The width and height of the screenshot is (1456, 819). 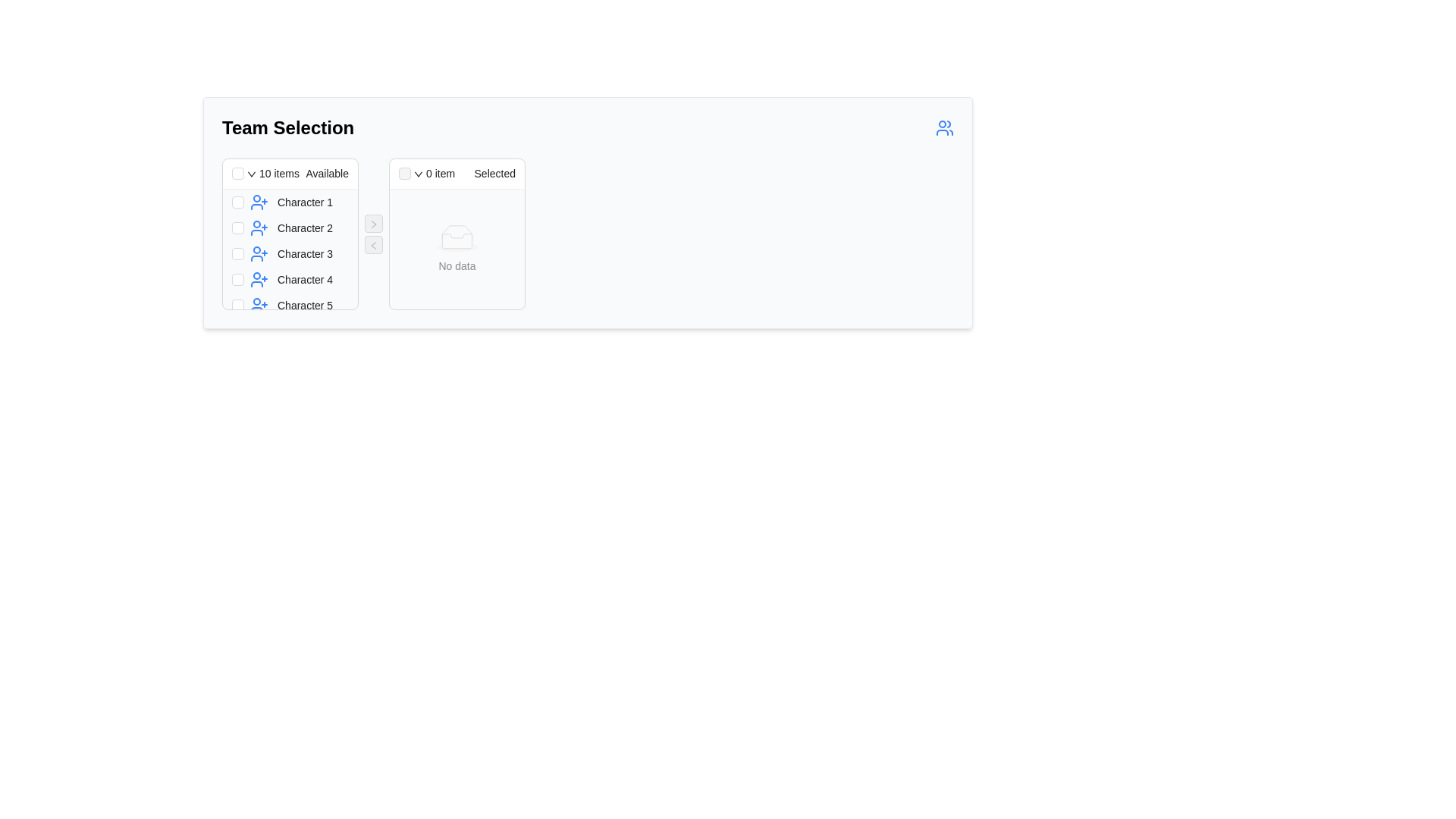 What do you see at coordinates (944, 127) in the screenshot?
I see `the small graphical icon depicting a group of people, styled in a modern outline format with blue color highlights, located on the far right side of the header section labeled 'Team Selection'` at bounding box center [944, 127].